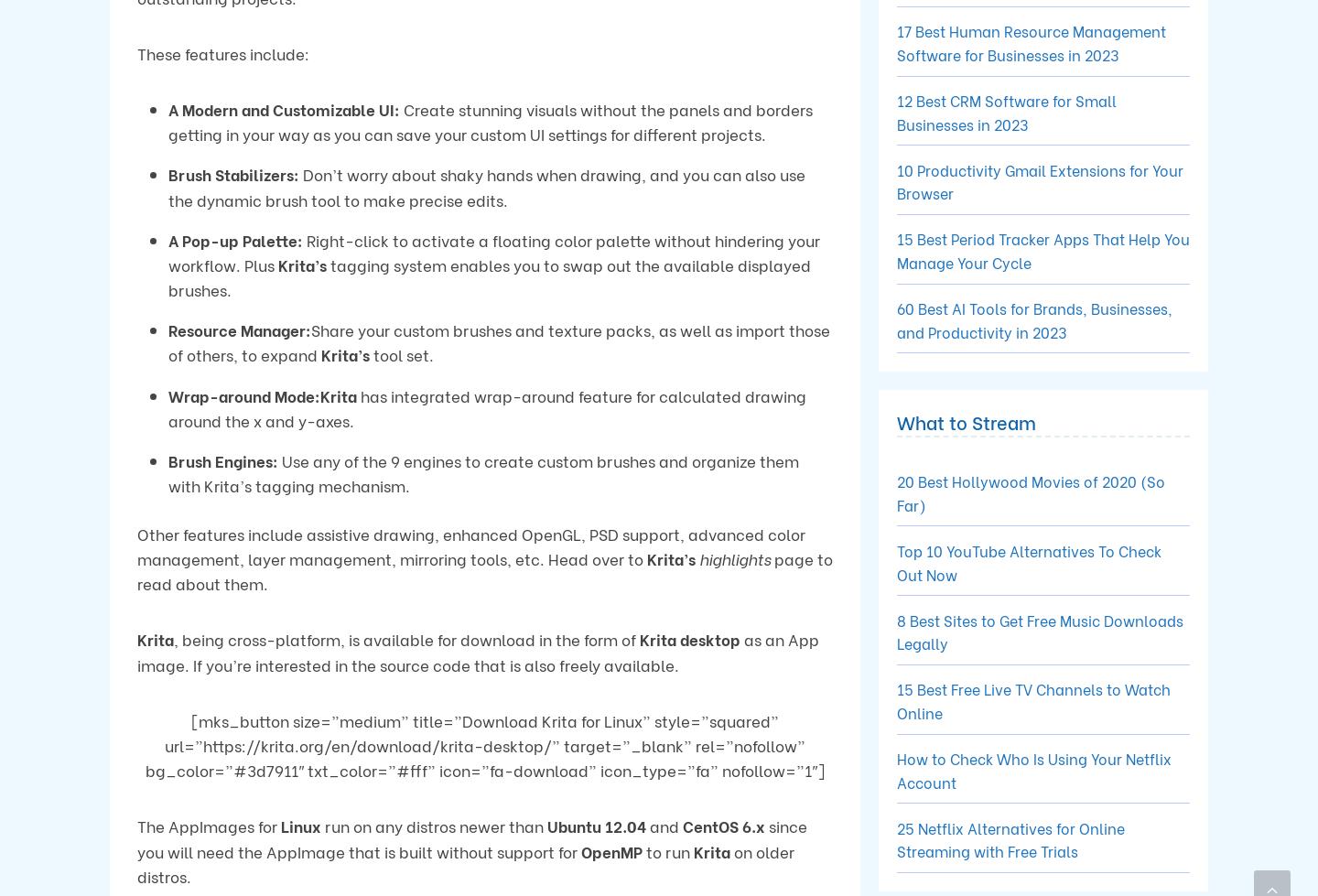 This screenshot has height=896, width=1318. Describe the element at coordinates (1010, 837) in the screenshot. I see `'25 Netflix Alternatives for Online Streaming with Free Trials'` at that location.